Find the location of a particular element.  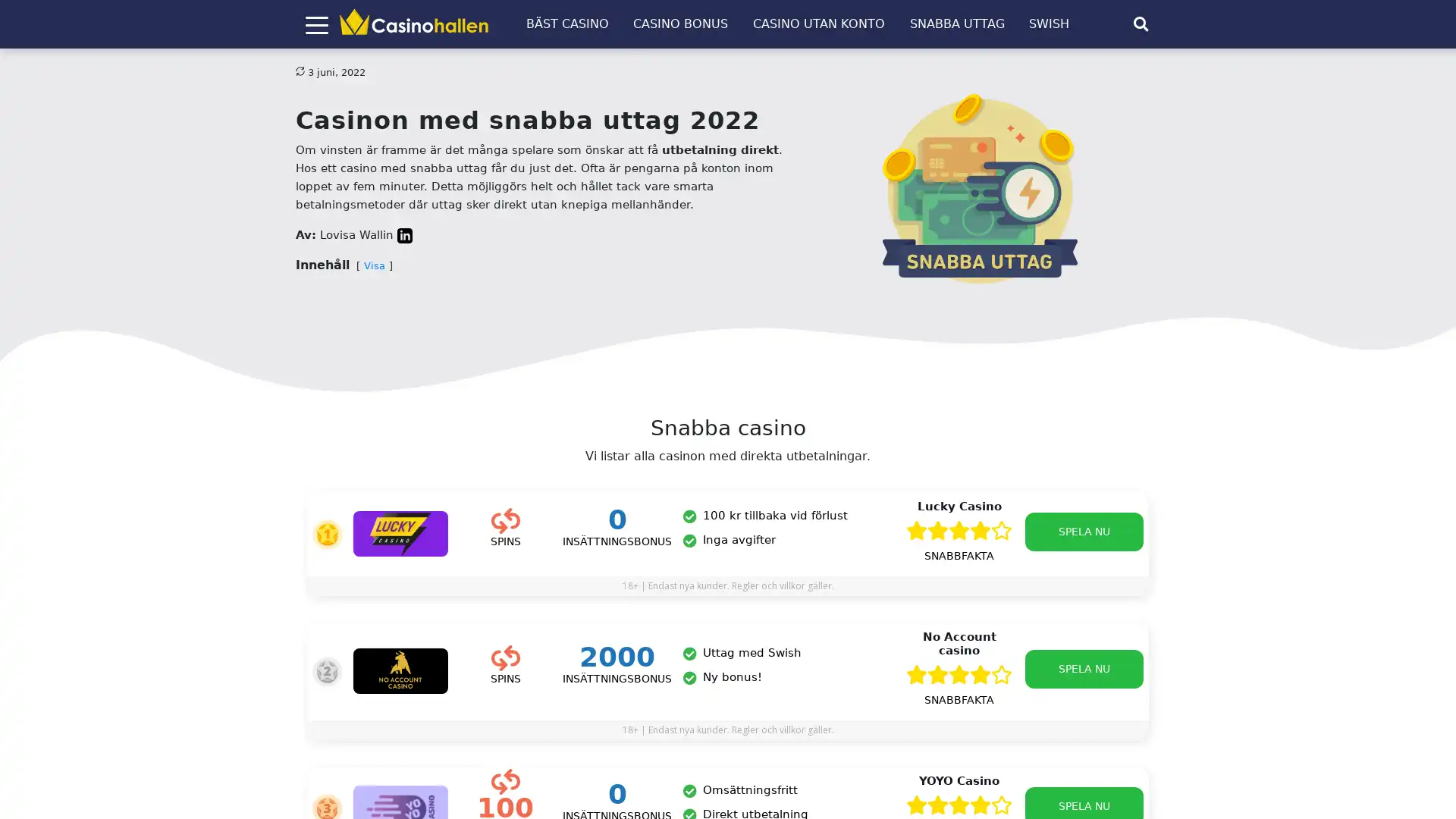

RECENSION is located at coordinates (937, 734).